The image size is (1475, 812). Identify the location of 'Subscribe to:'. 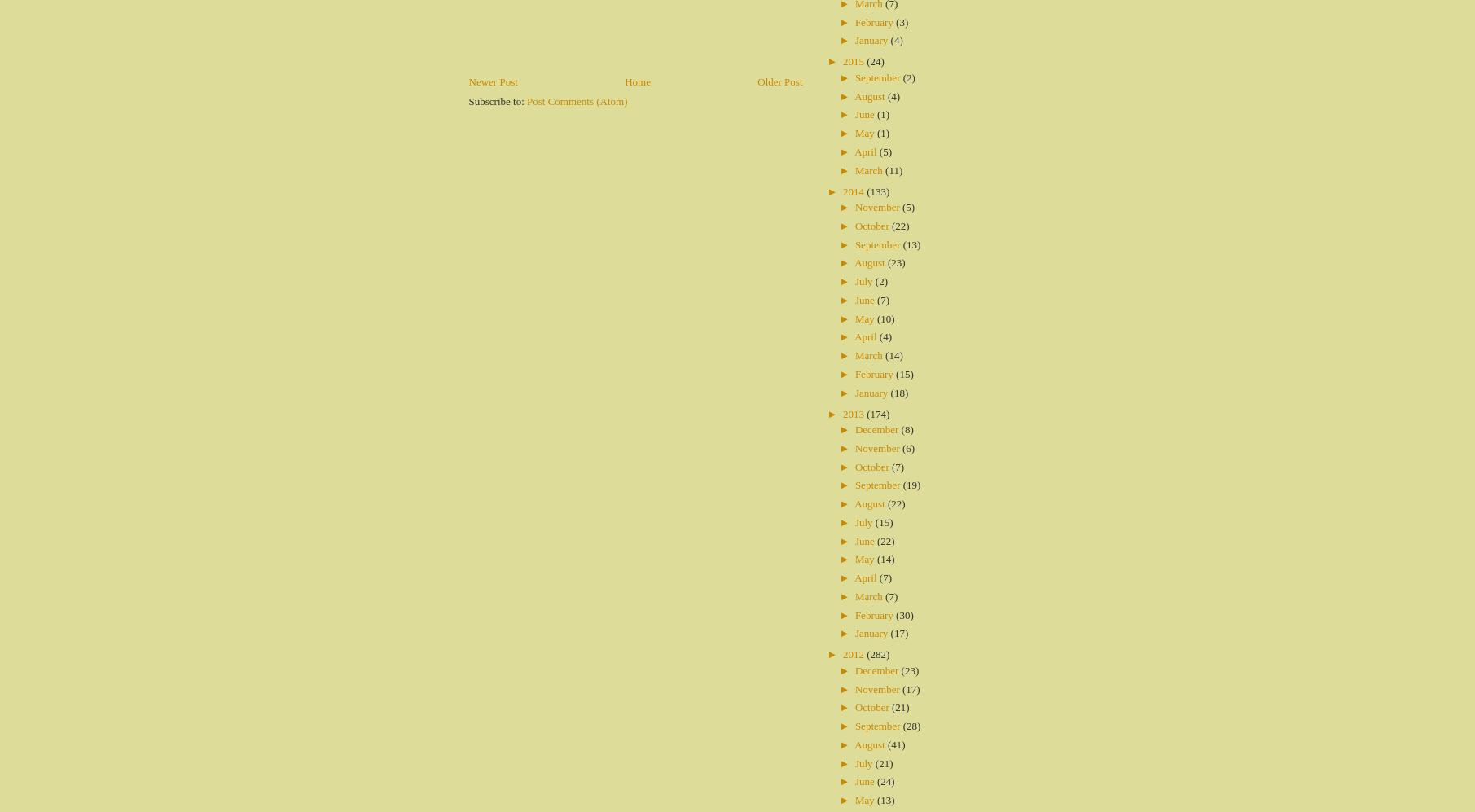
(498, 100).